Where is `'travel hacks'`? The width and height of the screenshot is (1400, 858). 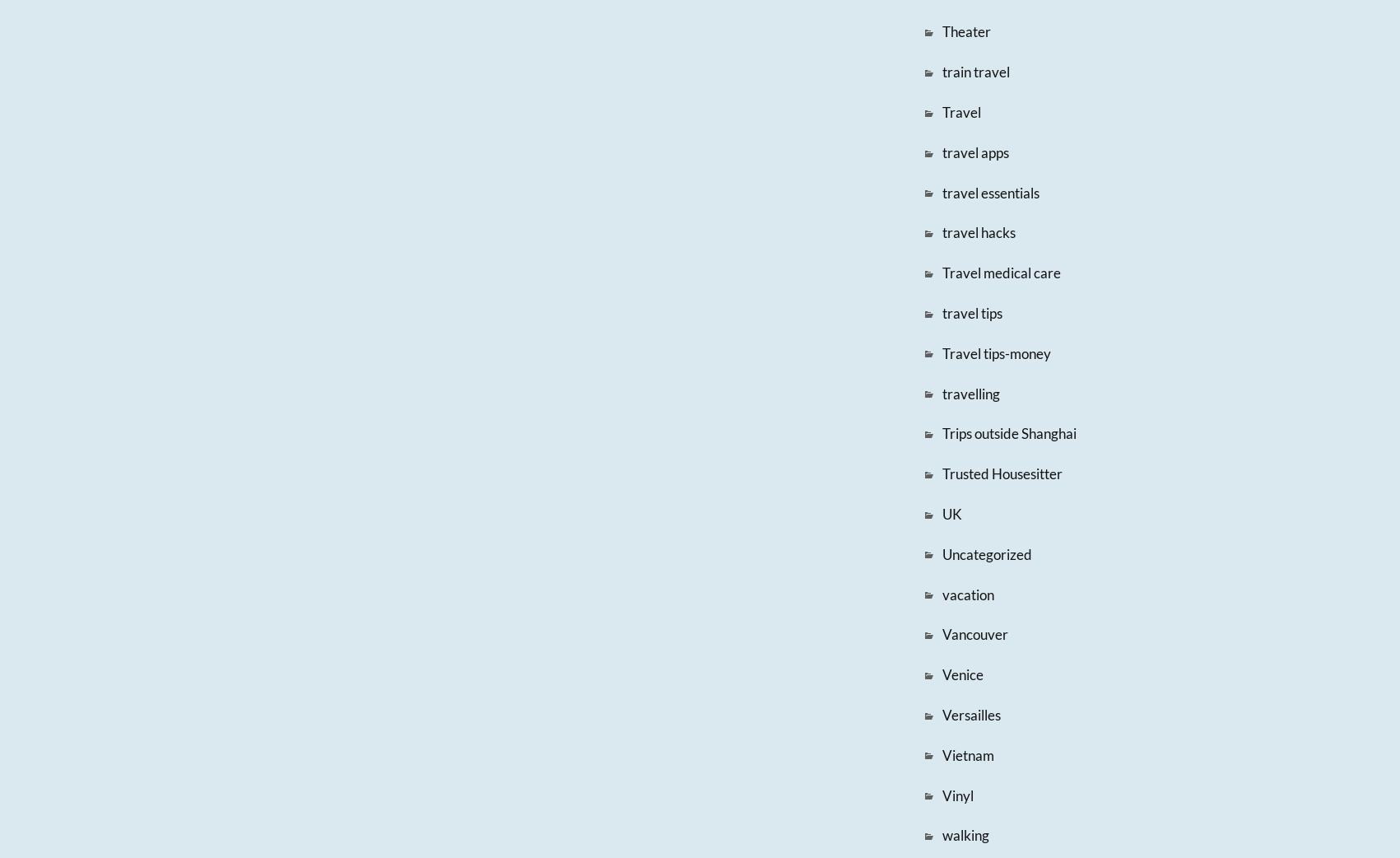
'travel hacks' is located at coordinates (940, 232).